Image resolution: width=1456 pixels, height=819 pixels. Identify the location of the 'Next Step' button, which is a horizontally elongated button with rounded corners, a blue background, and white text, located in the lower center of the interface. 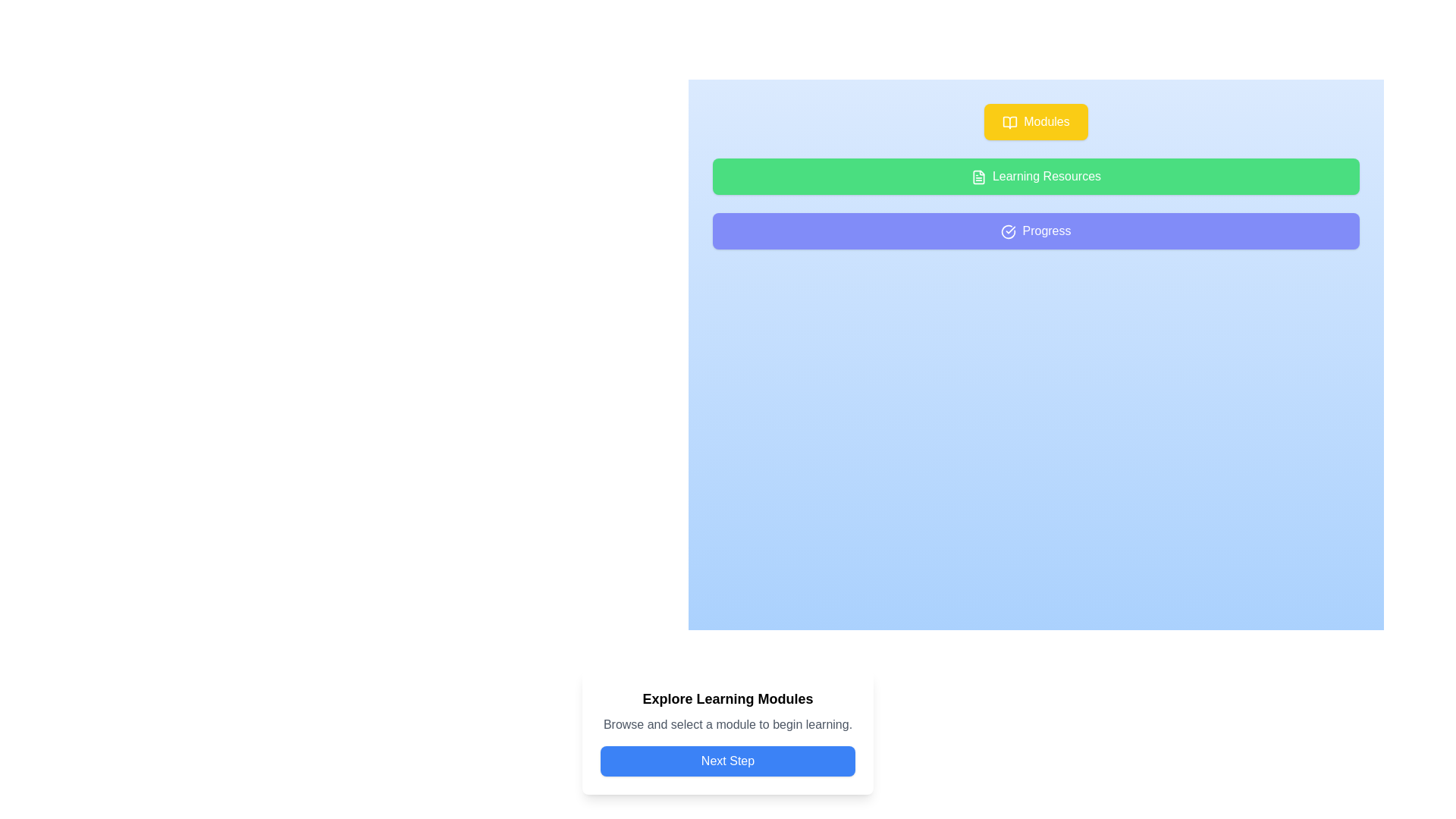
(728, 761).